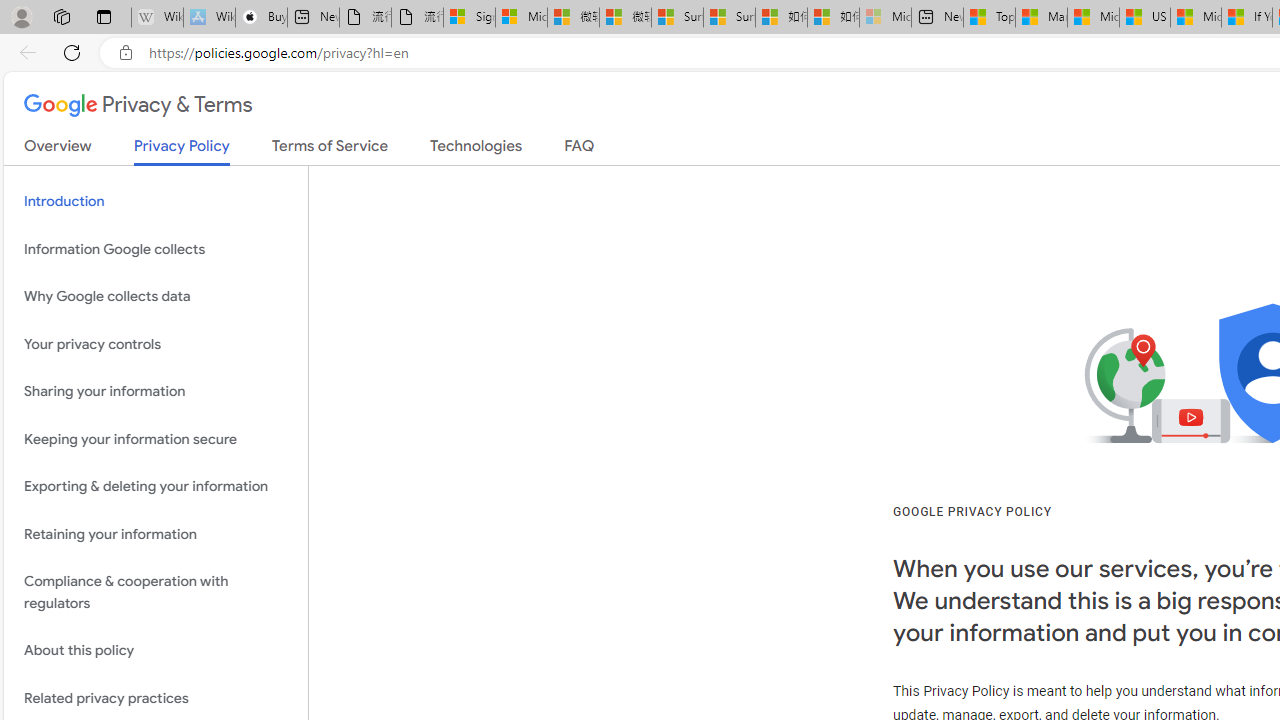  I want to click on 'Keeping your information secure', so click(155, 438).